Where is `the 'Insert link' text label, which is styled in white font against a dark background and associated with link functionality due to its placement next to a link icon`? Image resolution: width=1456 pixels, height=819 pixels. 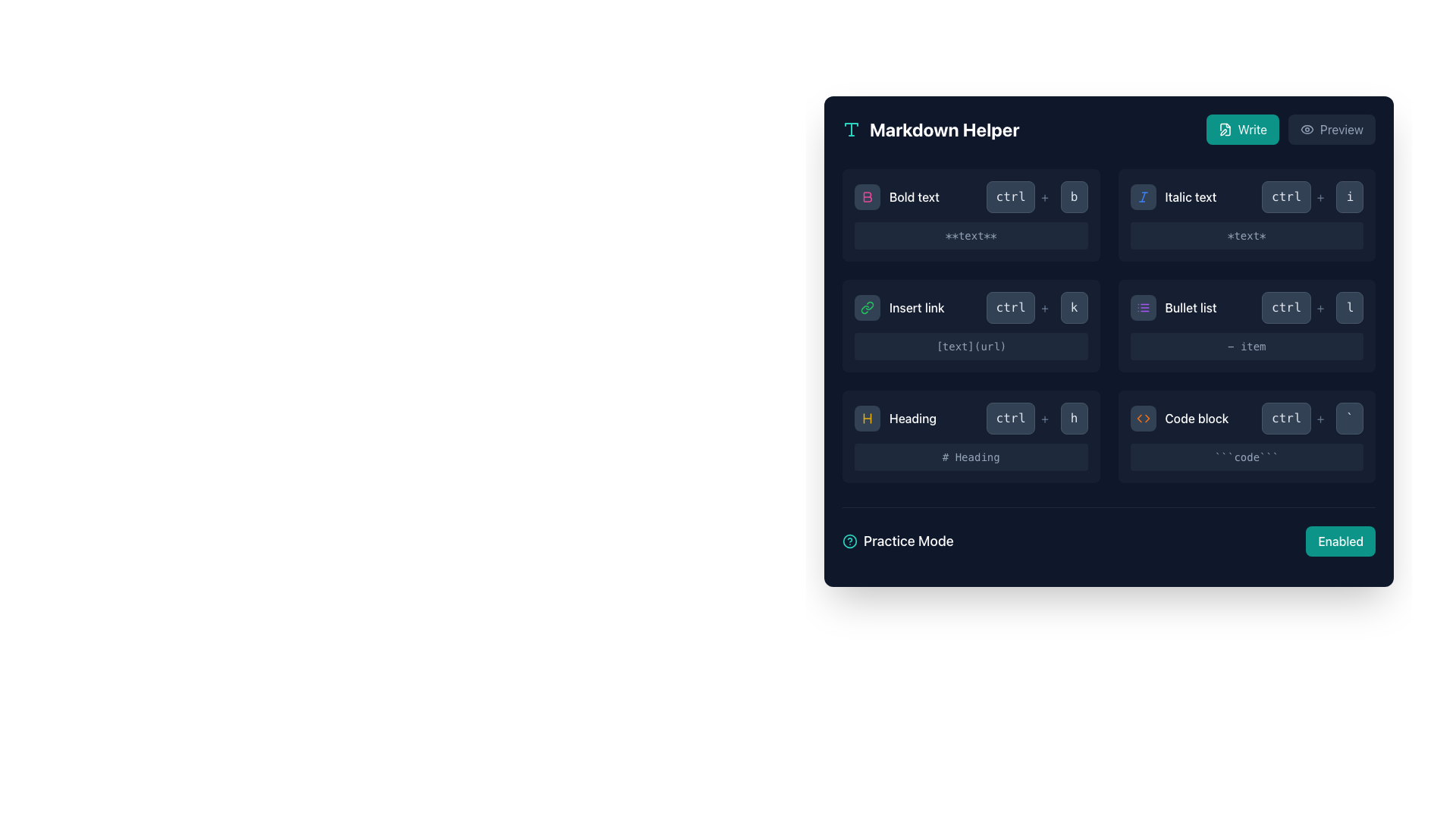
the 'Insert link' text label, which is styled in white font against a dark background and associated with link functionality due to its placement next to a link icon is located at coordinates (916, 307).